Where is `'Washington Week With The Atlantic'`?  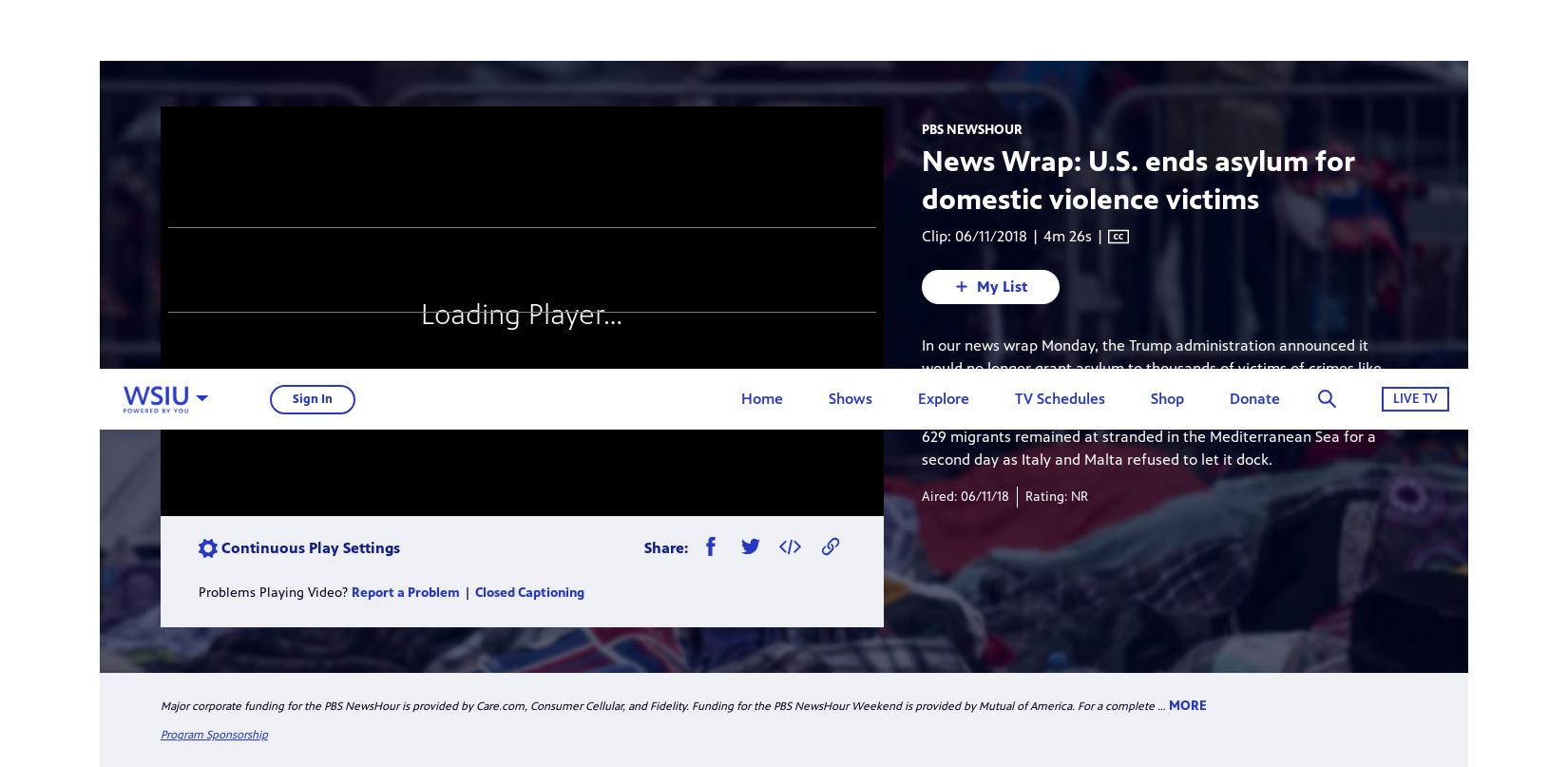
'Washington Week With The Atlantic' is located at coordinates (1091, 163).